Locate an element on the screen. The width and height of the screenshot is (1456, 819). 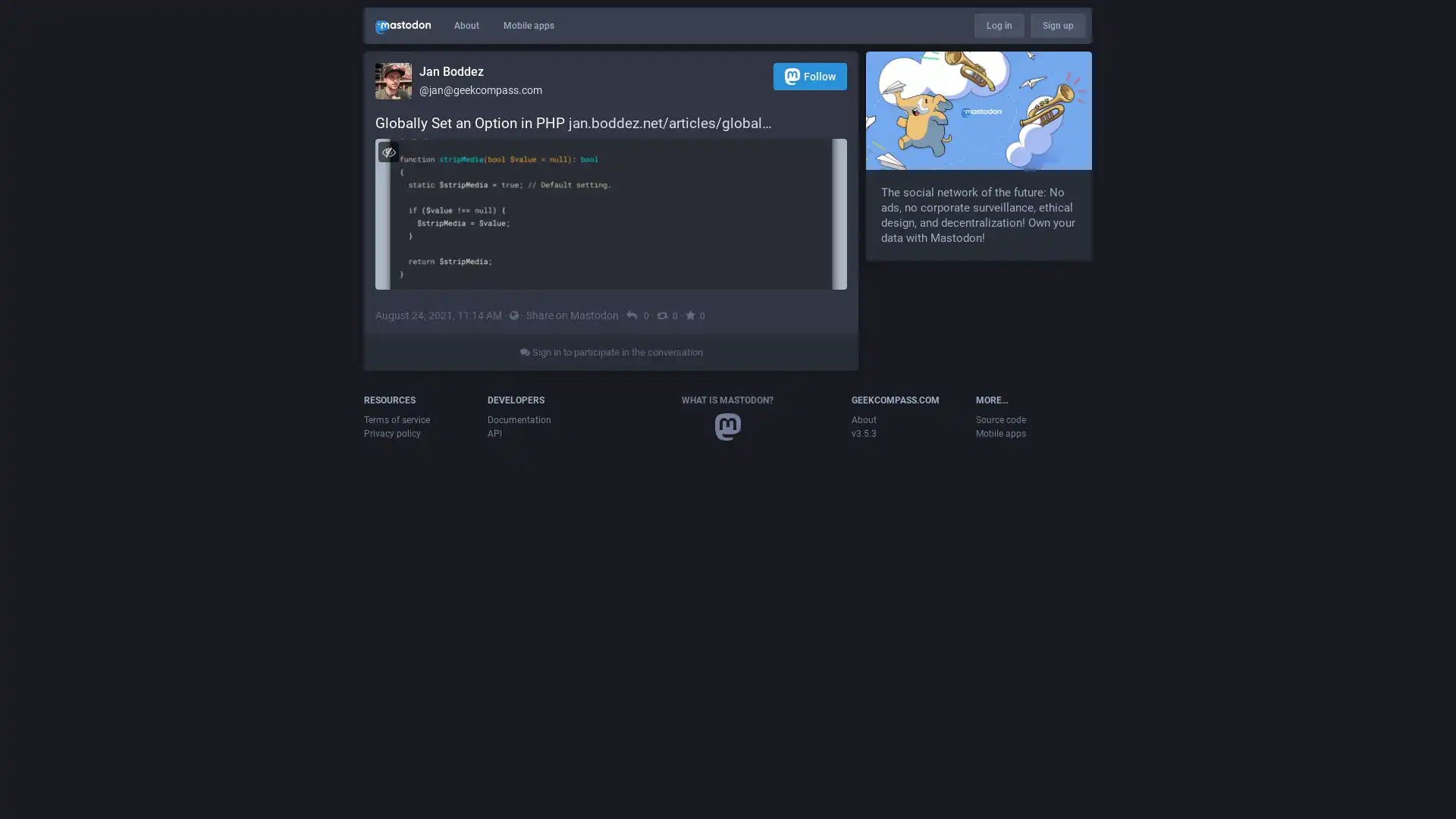
Hide image is located at coordinates (388, 152).